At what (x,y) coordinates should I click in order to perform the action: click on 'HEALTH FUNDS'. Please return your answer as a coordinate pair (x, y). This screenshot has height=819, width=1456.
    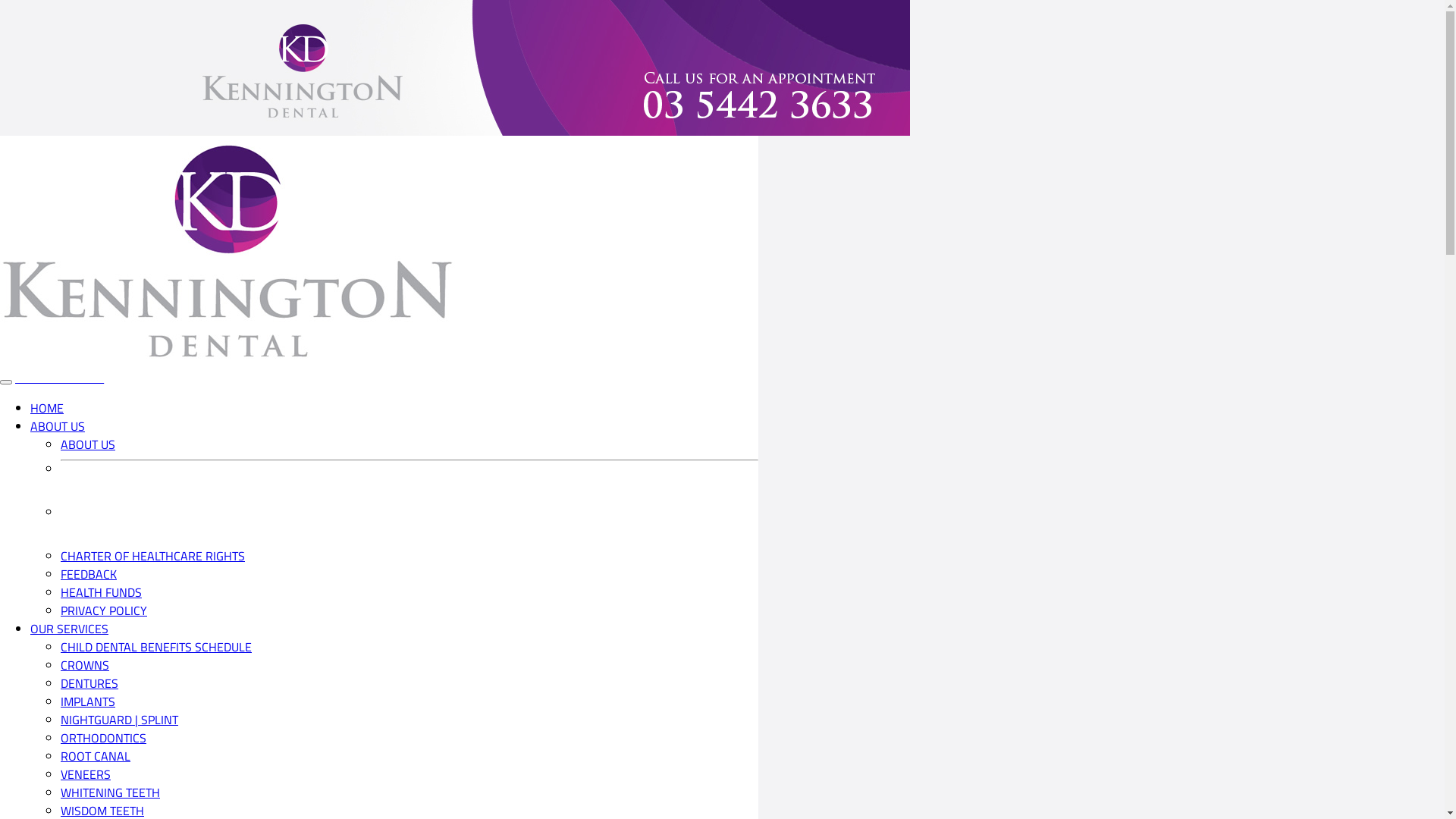
    Looking at the image, I should click on (100, 591).